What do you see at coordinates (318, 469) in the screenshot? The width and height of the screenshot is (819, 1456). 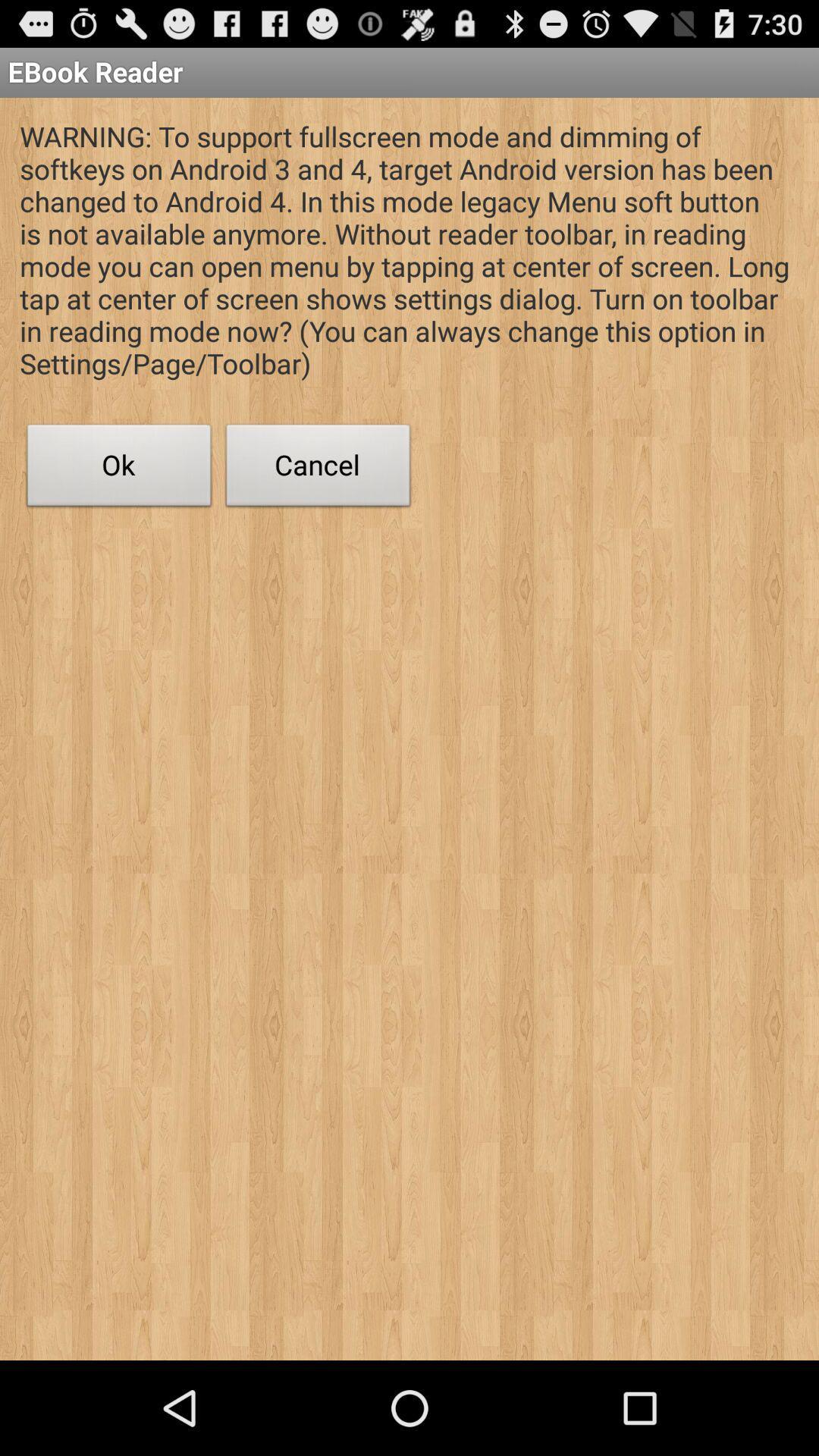 I see `cancel button` at bounding box center [318, 469].